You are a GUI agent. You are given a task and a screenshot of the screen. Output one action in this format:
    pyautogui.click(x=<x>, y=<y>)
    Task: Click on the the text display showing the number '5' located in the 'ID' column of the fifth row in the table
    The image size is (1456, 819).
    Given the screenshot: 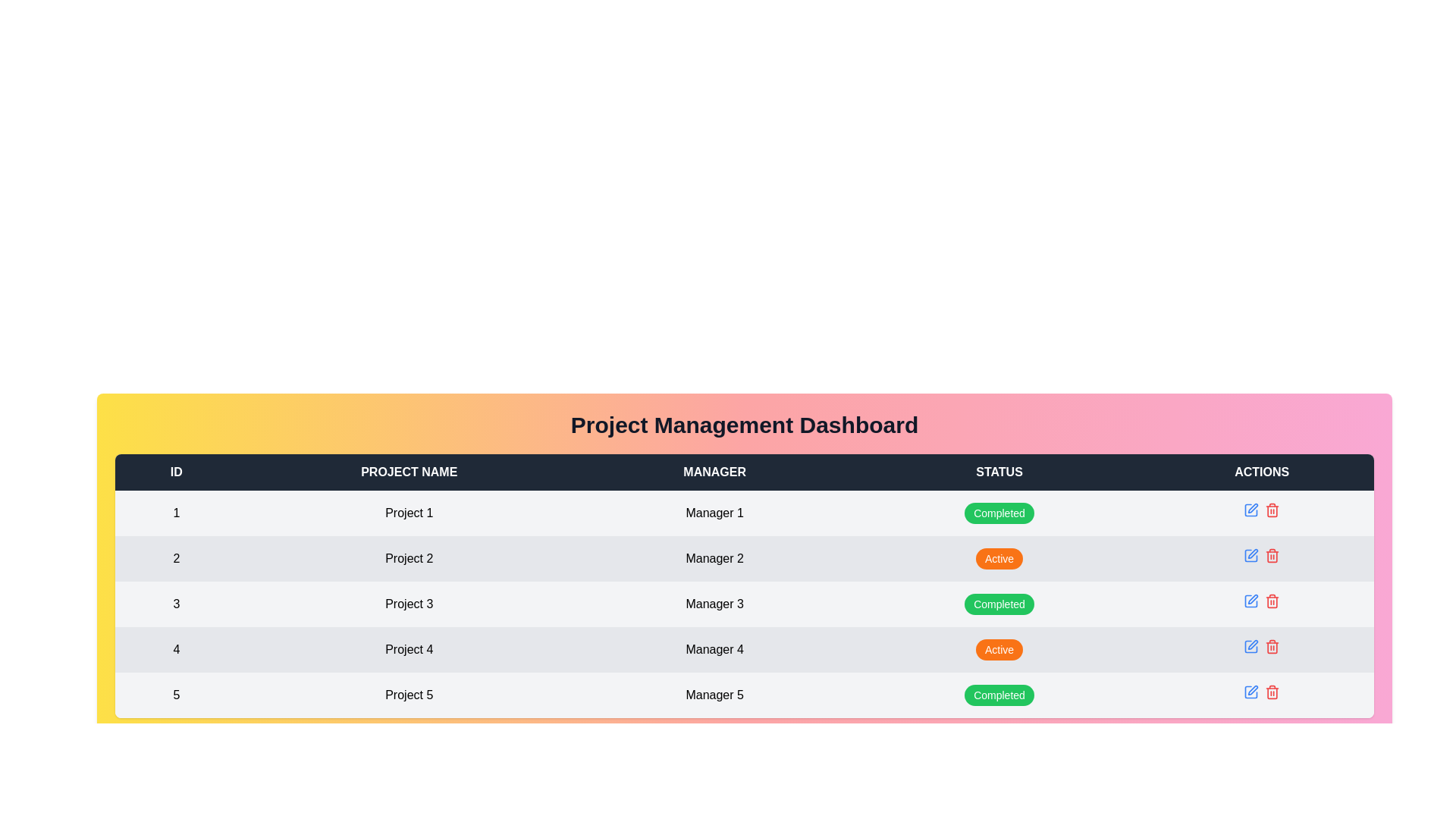 What is the action you would take?
    pyautogui.click(x=176, y=695)
    